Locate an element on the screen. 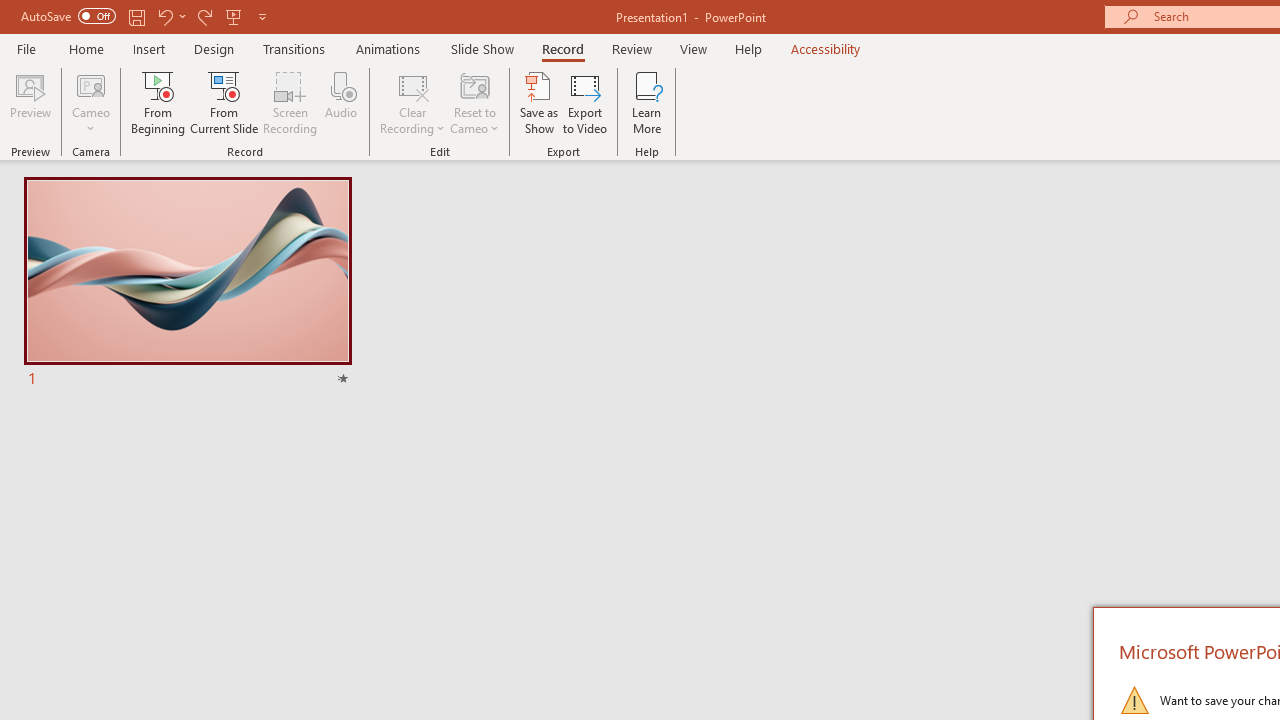 The width and height of the screenshot is (1280, 720). 'From Current Slide...' is located at coordinates (224, 103).